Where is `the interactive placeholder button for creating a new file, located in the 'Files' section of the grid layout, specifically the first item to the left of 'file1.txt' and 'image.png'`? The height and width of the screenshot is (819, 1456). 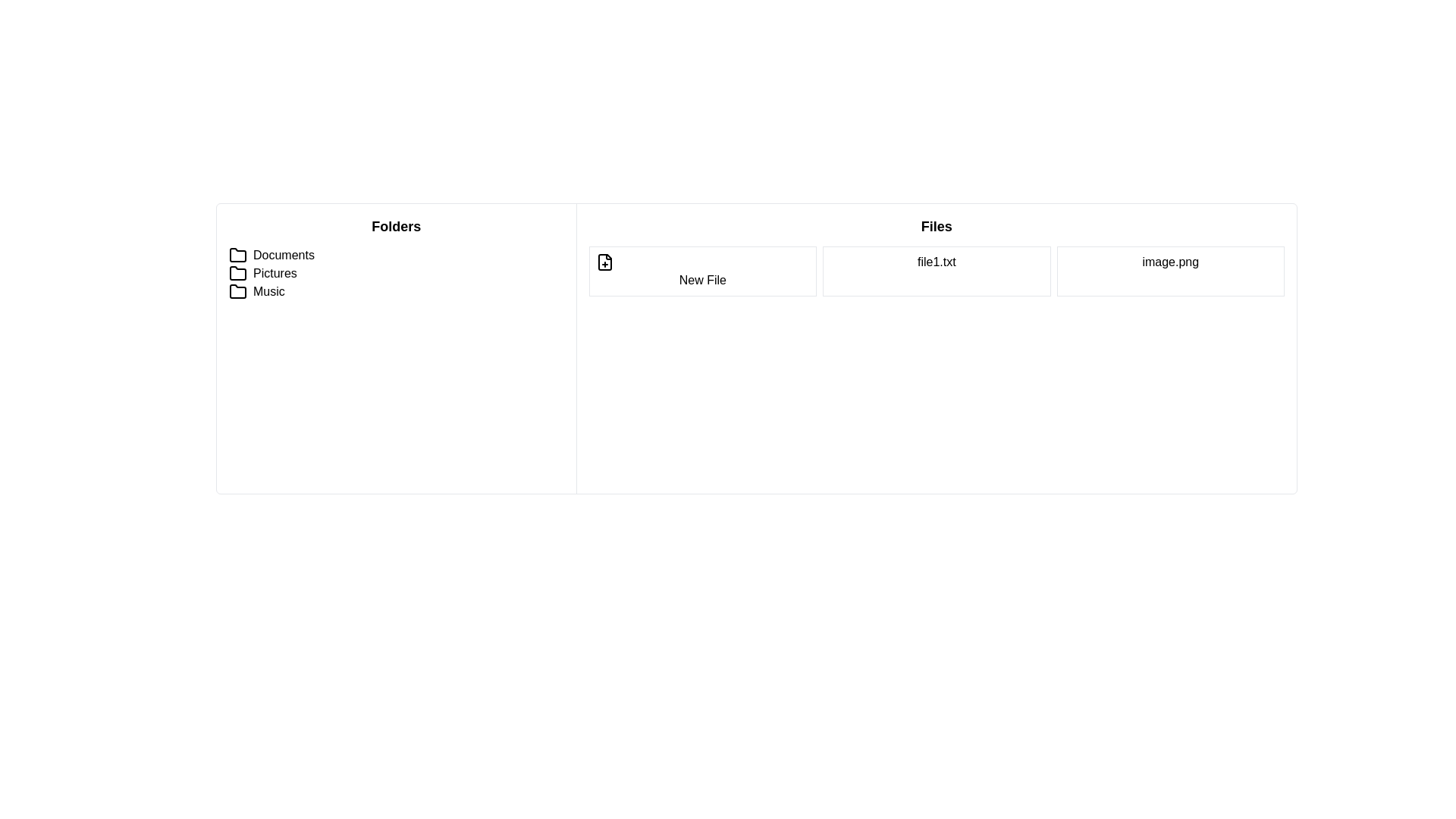 the interactive placeholder button for creating a new file, located in the 'Files' section of the grid layout, specifically the first item to the left of 'file1.txt' and 'image.png' is located at coordinates (701, 271).